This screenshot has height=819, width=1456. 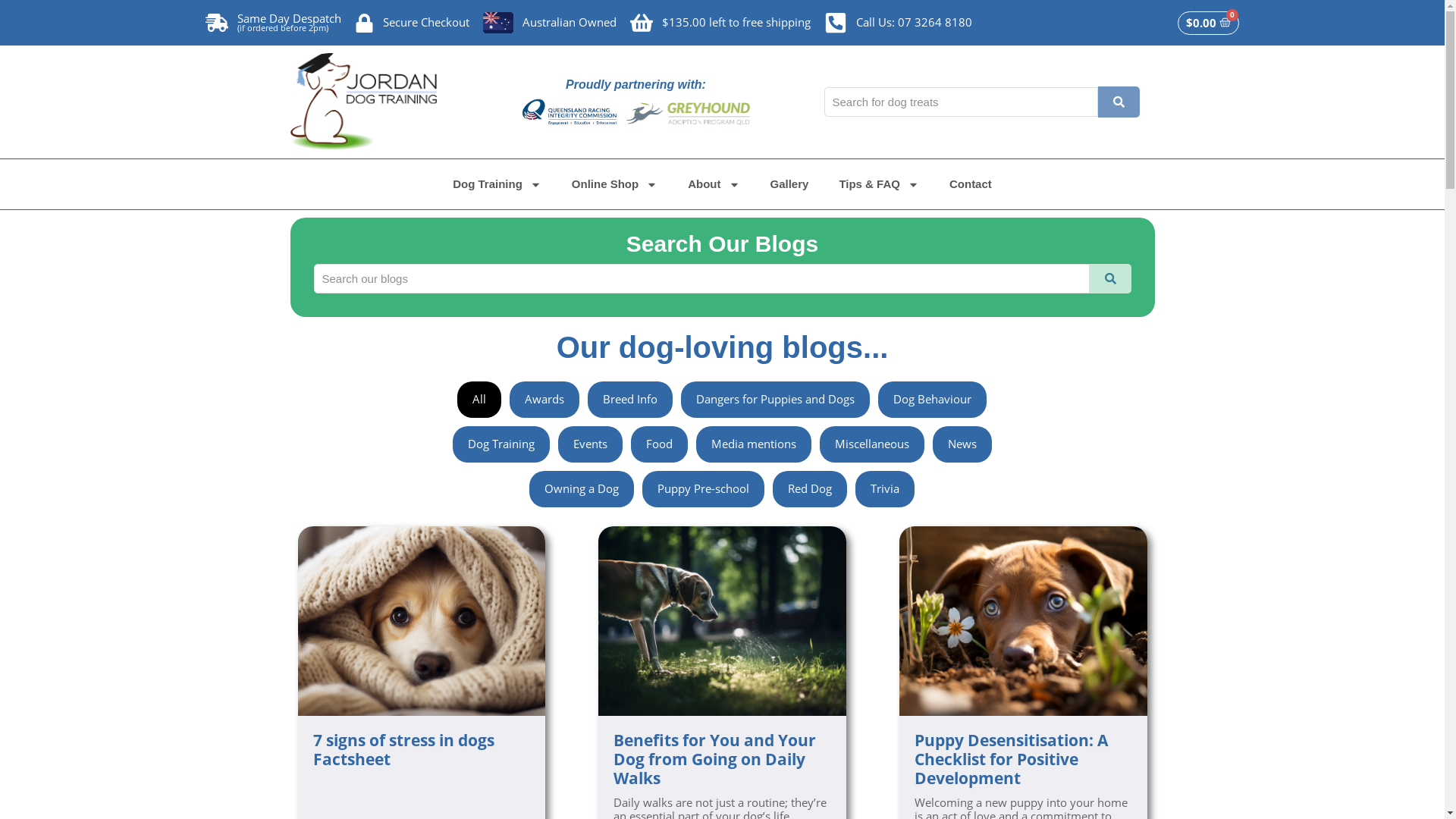 I want to click on 'Trivia', so click(x=855, y=488).